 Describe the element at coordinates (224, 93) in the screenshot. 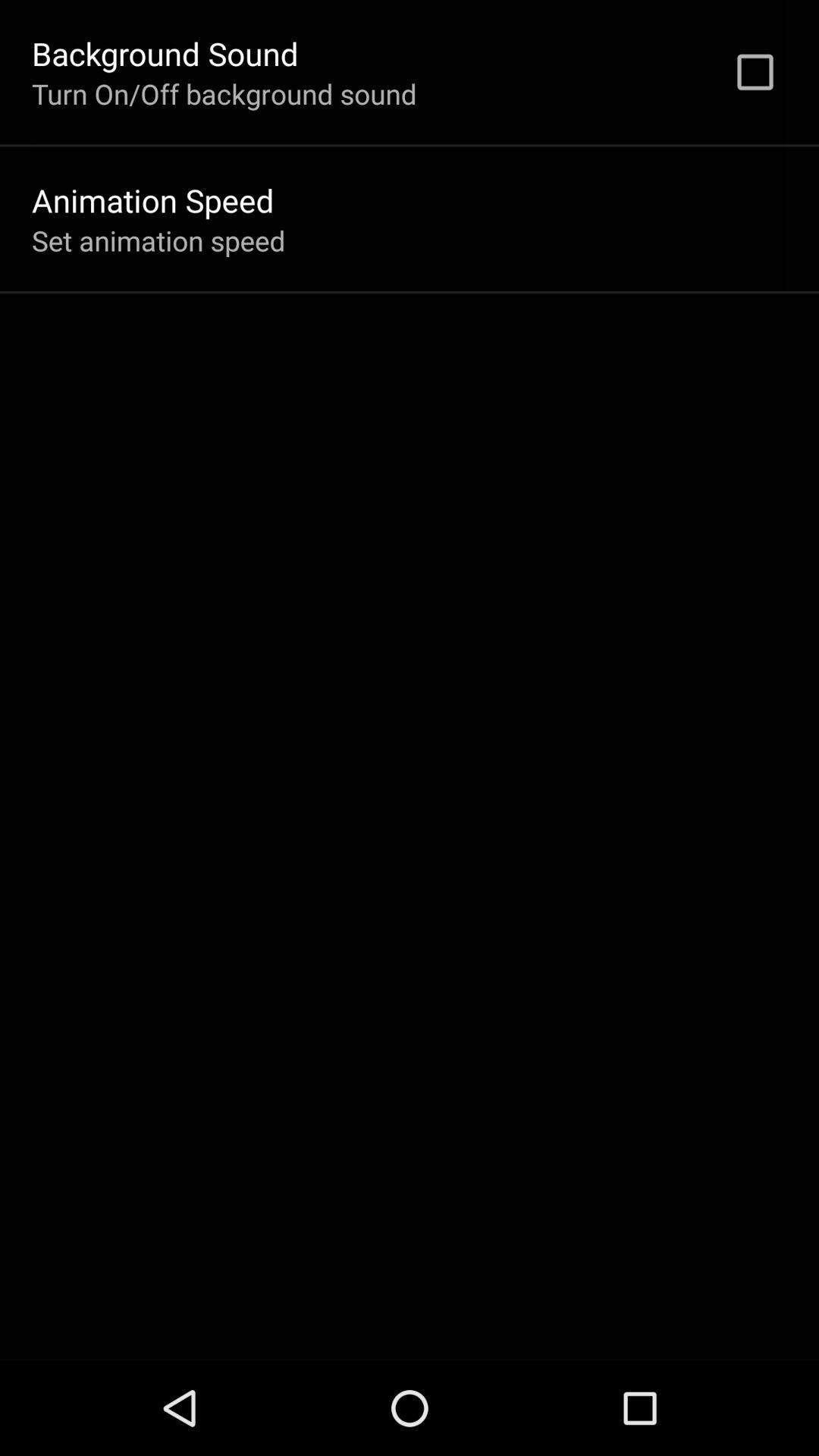

I see `the item above the animation speed item` at that location.